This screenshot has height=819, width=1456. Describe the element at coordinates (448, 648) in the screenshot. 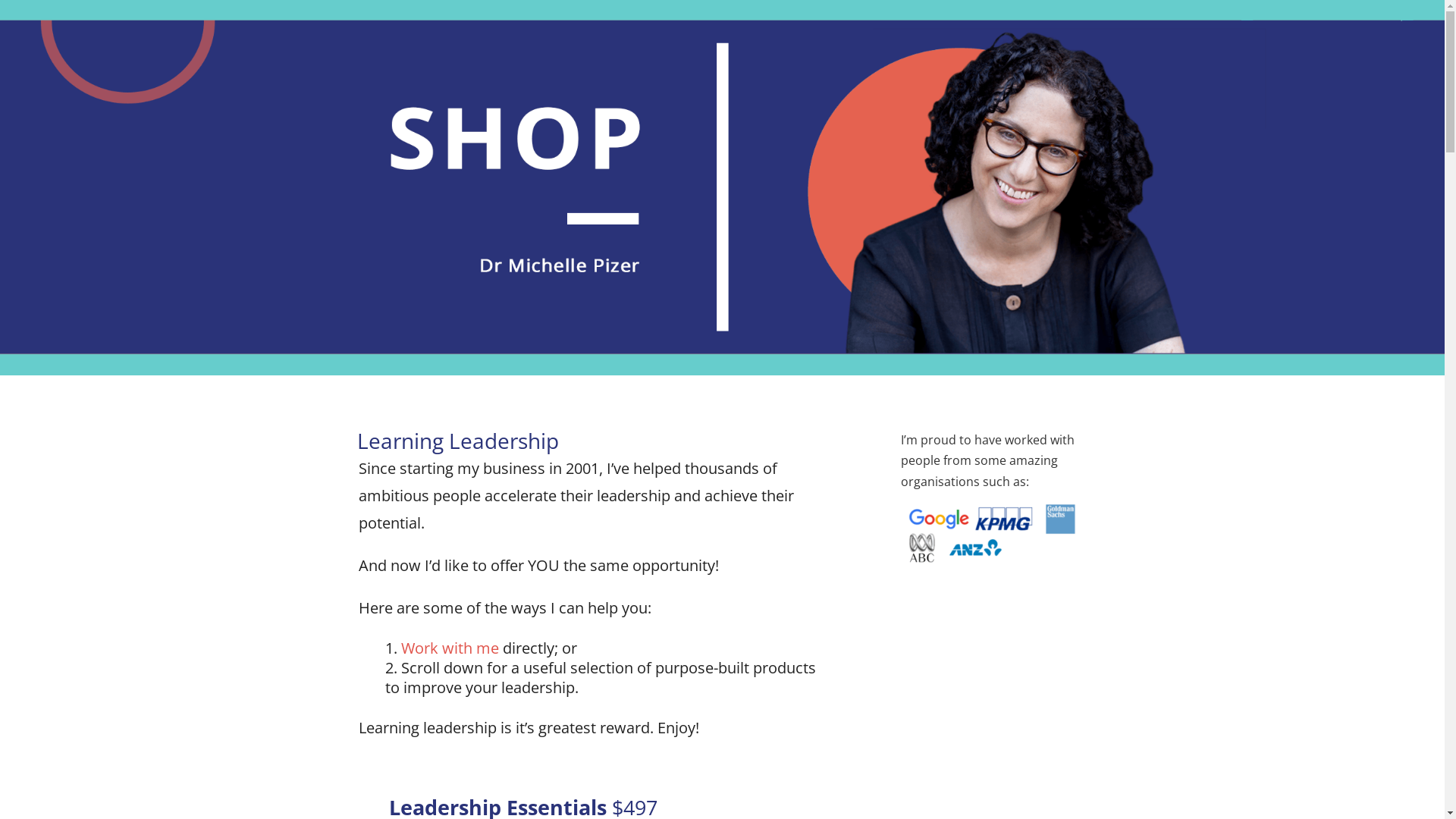

I see `'Work with me'` at that location.